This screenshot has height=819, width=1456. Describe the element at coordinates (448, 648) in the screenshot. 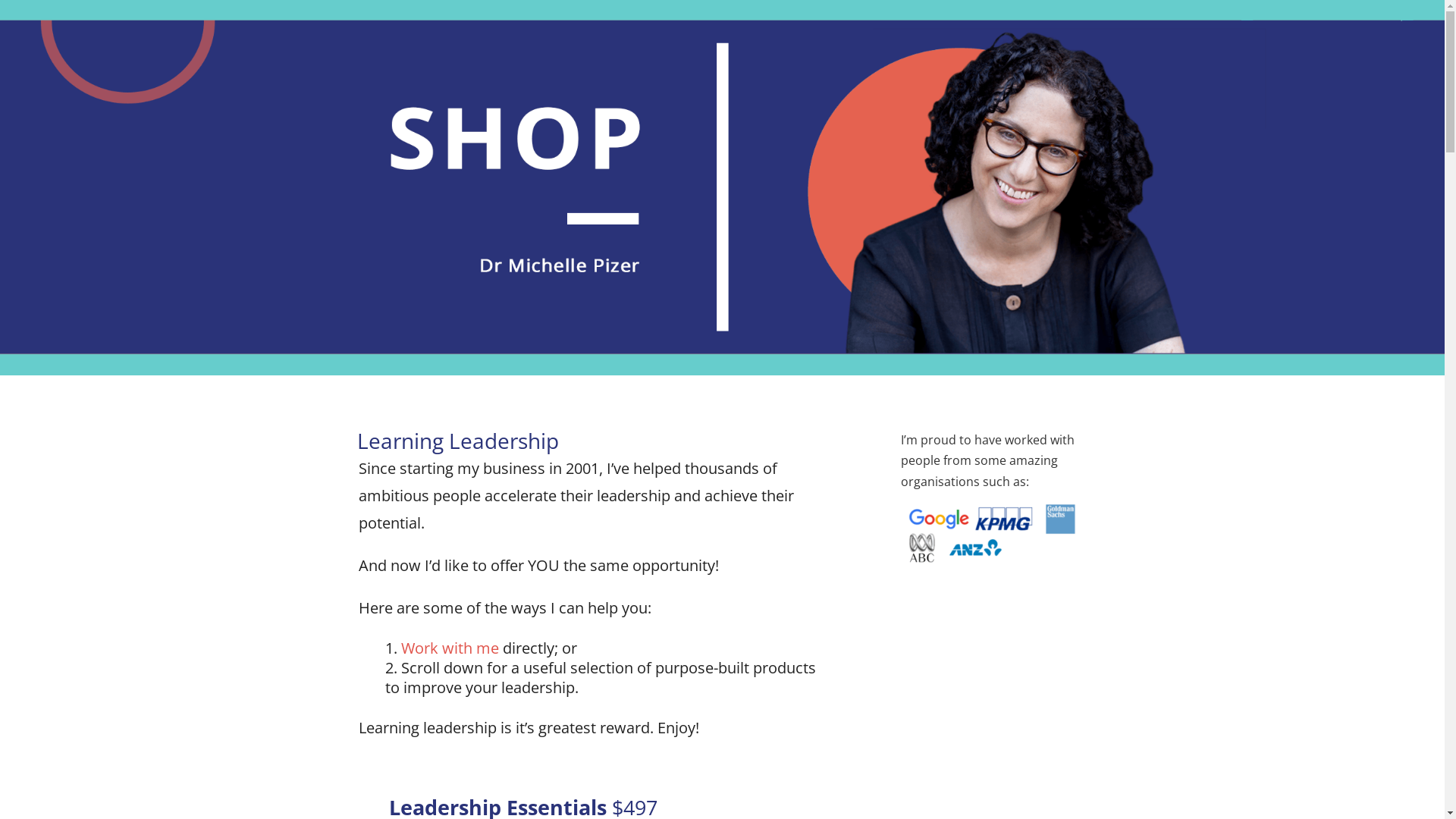

I see `'Work with me'` at that location.